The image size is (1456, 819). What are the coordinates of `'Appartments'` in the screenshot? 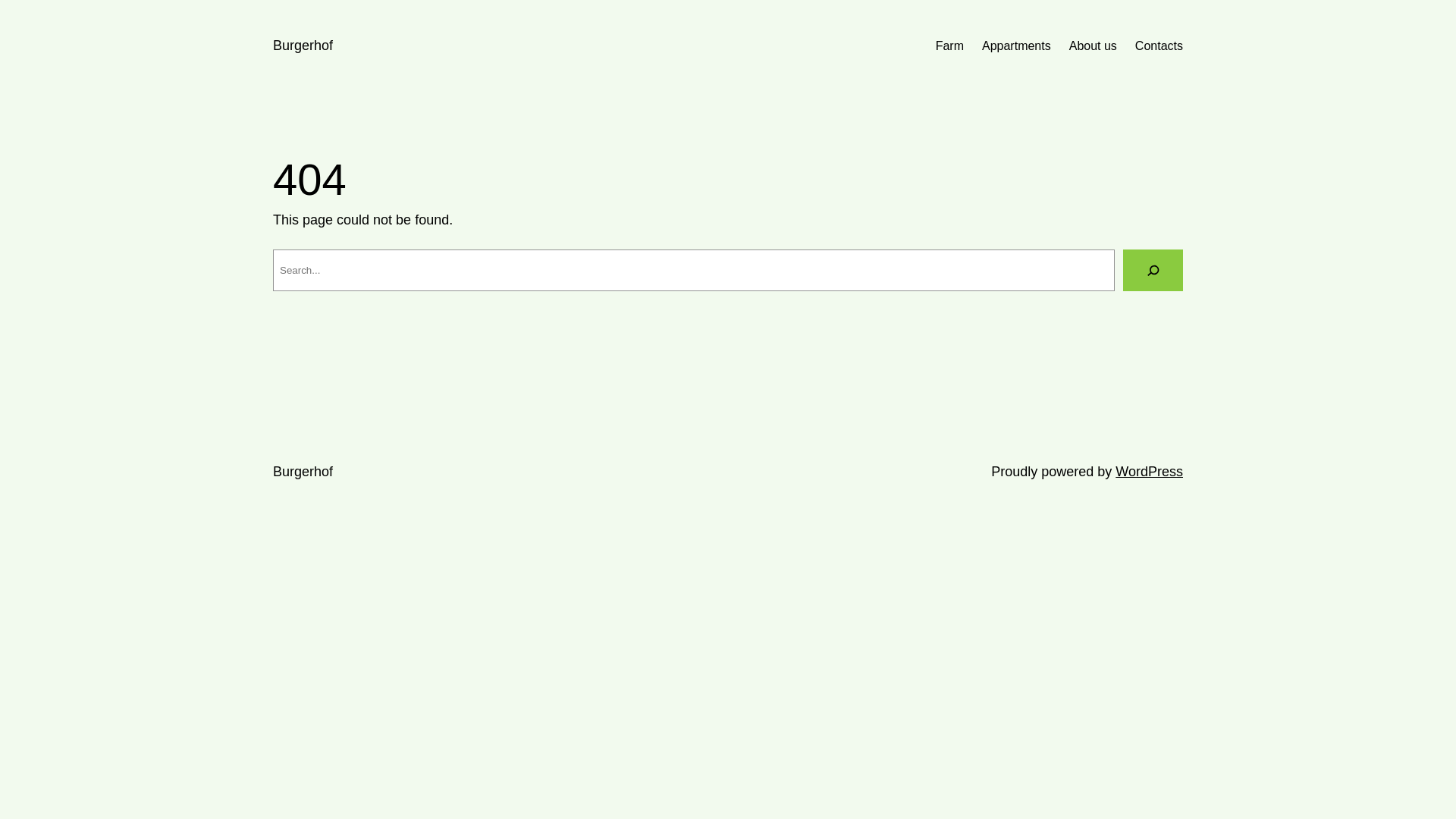 It's located at (1016, 45).